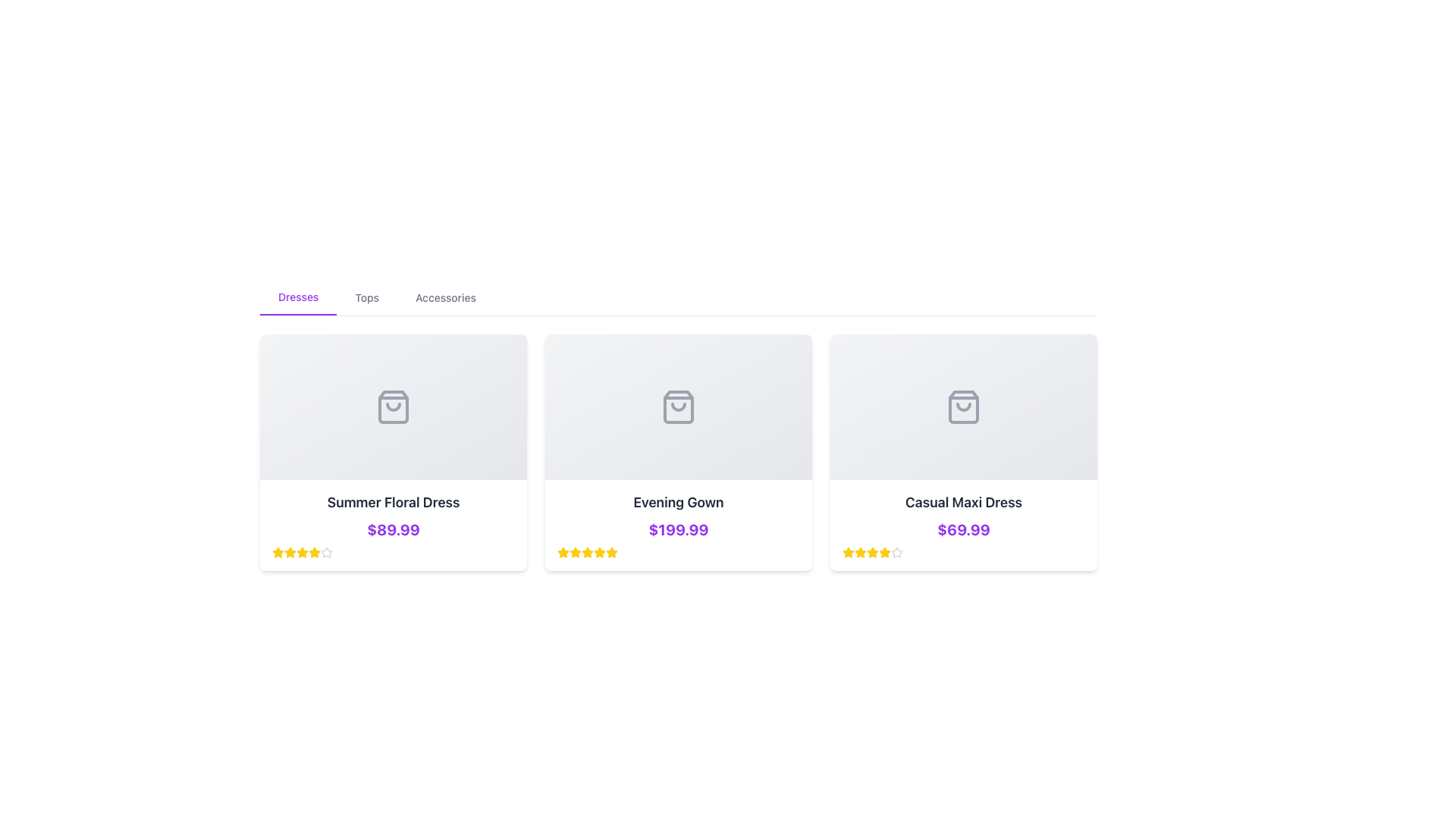 This screenshot has height=819, width=1456. I want to click on the first star icon in the second rating block under the product tile for 'Evening Gown', which is the middle product among three displayed horizontally, so click(563, 553).